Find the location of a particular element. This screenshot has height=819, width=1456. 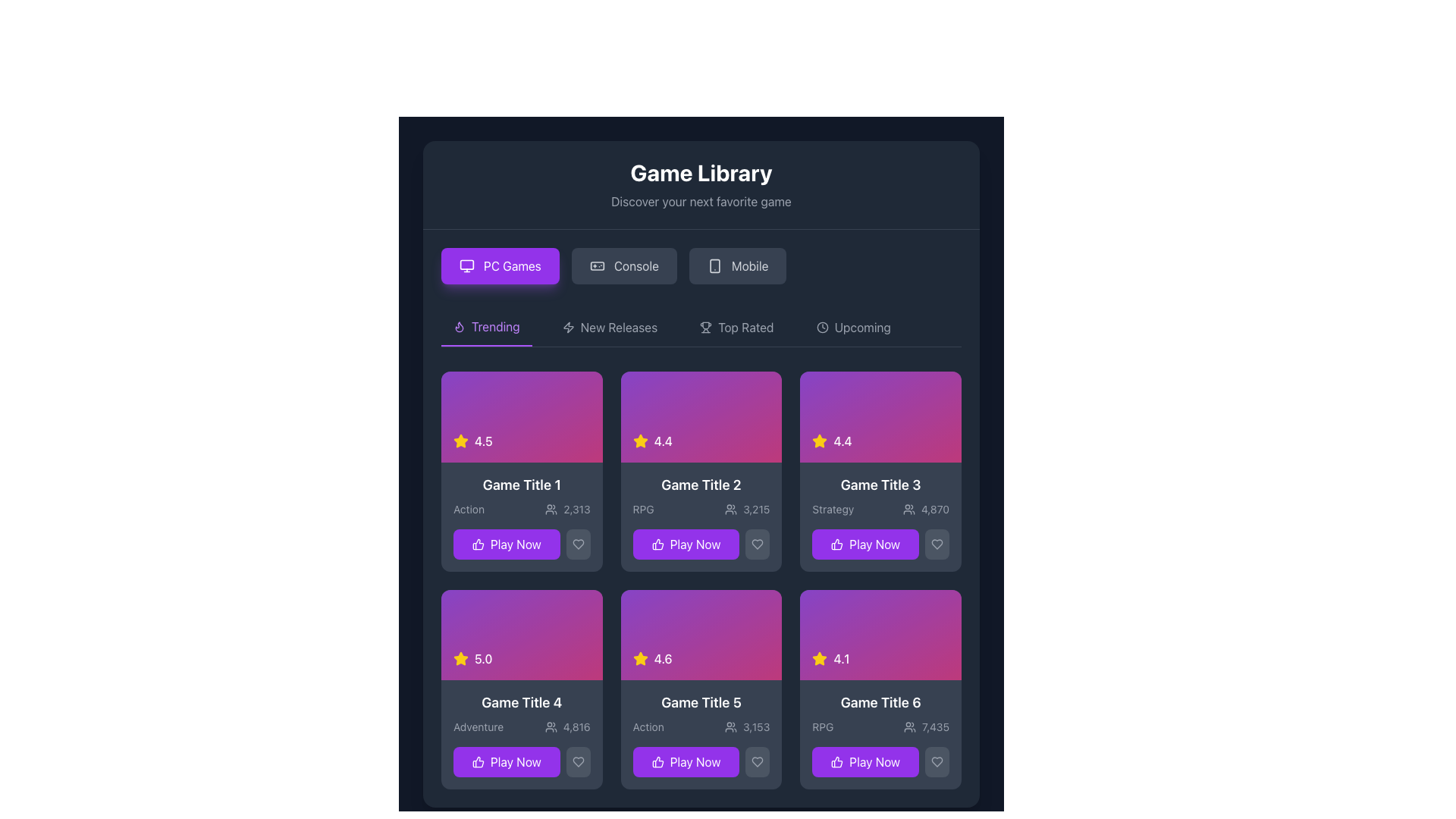

the heart-shaped icon, which is a favorite button located in the bottom right corner of the 'Game Title 3' card in the game cards grid, to change its visual state is located at coordinates (937, 543).